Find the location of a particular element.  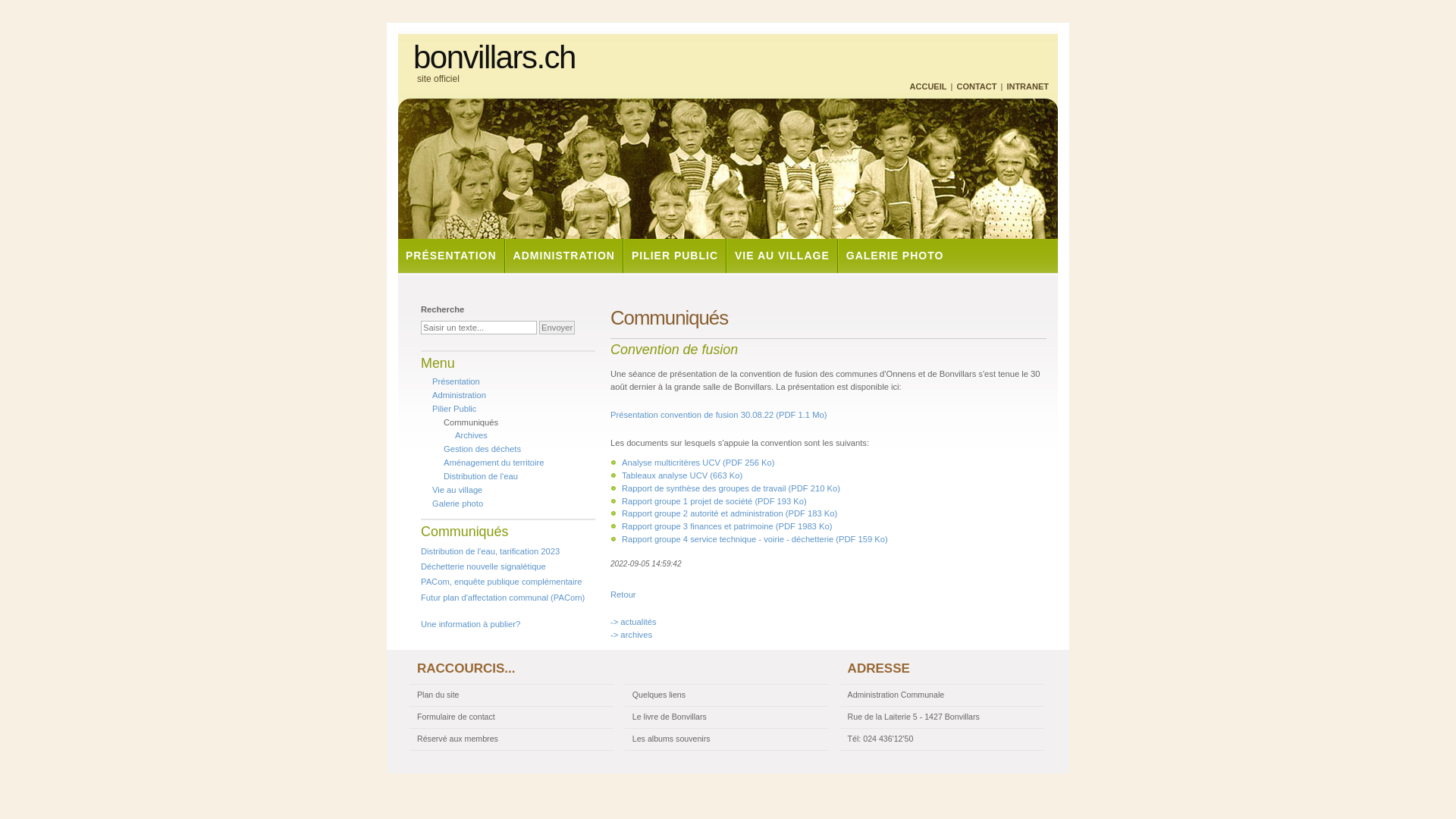

'Retour' is located at coordinates (610, 593).